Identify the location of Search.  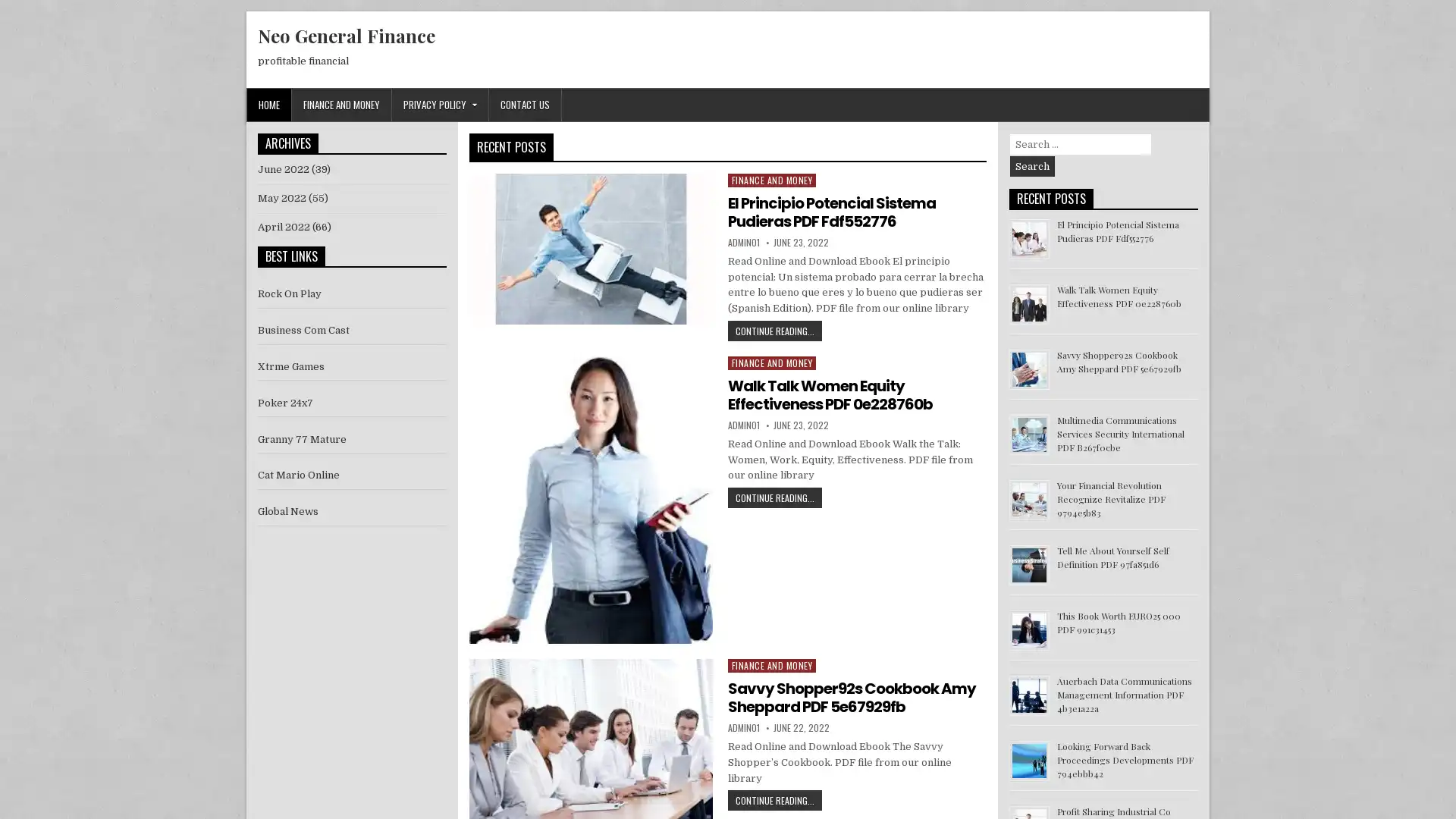
(1031, 166).